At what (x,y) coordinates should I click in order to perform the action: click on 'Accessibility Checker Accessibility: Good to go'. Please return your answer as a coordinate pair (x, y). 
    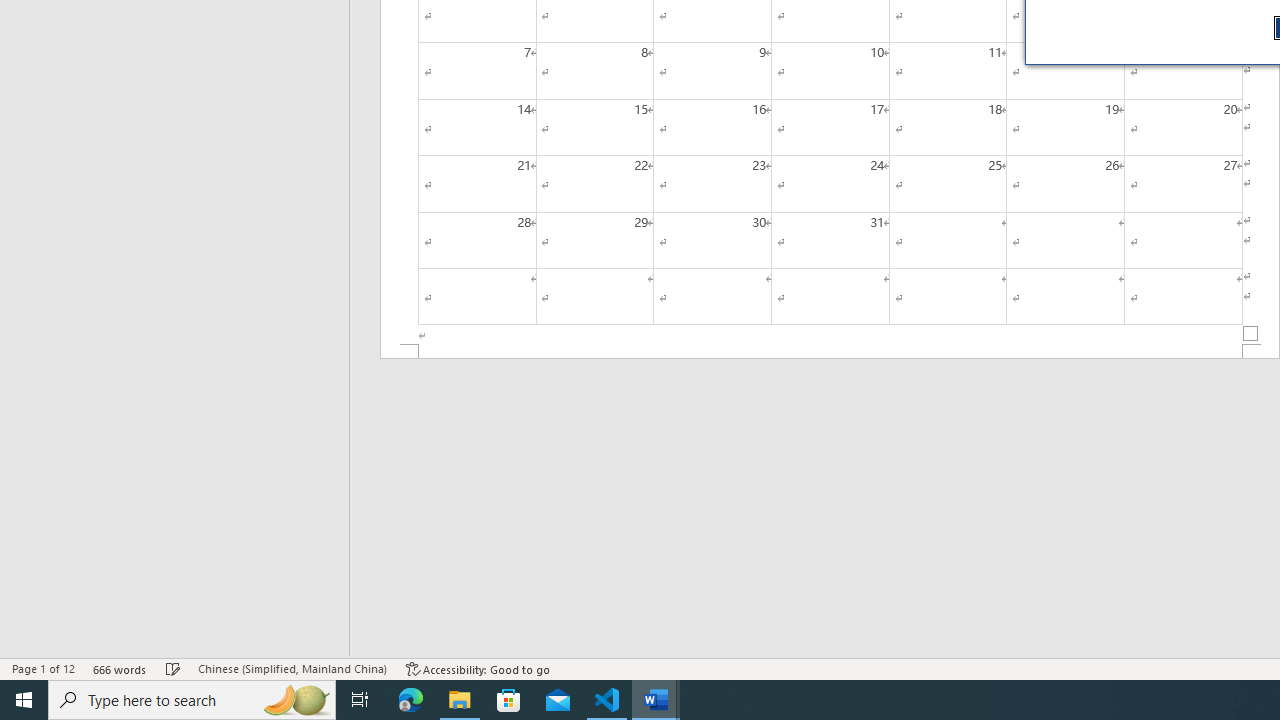
    Looking at the image, I should click on (477, 669).